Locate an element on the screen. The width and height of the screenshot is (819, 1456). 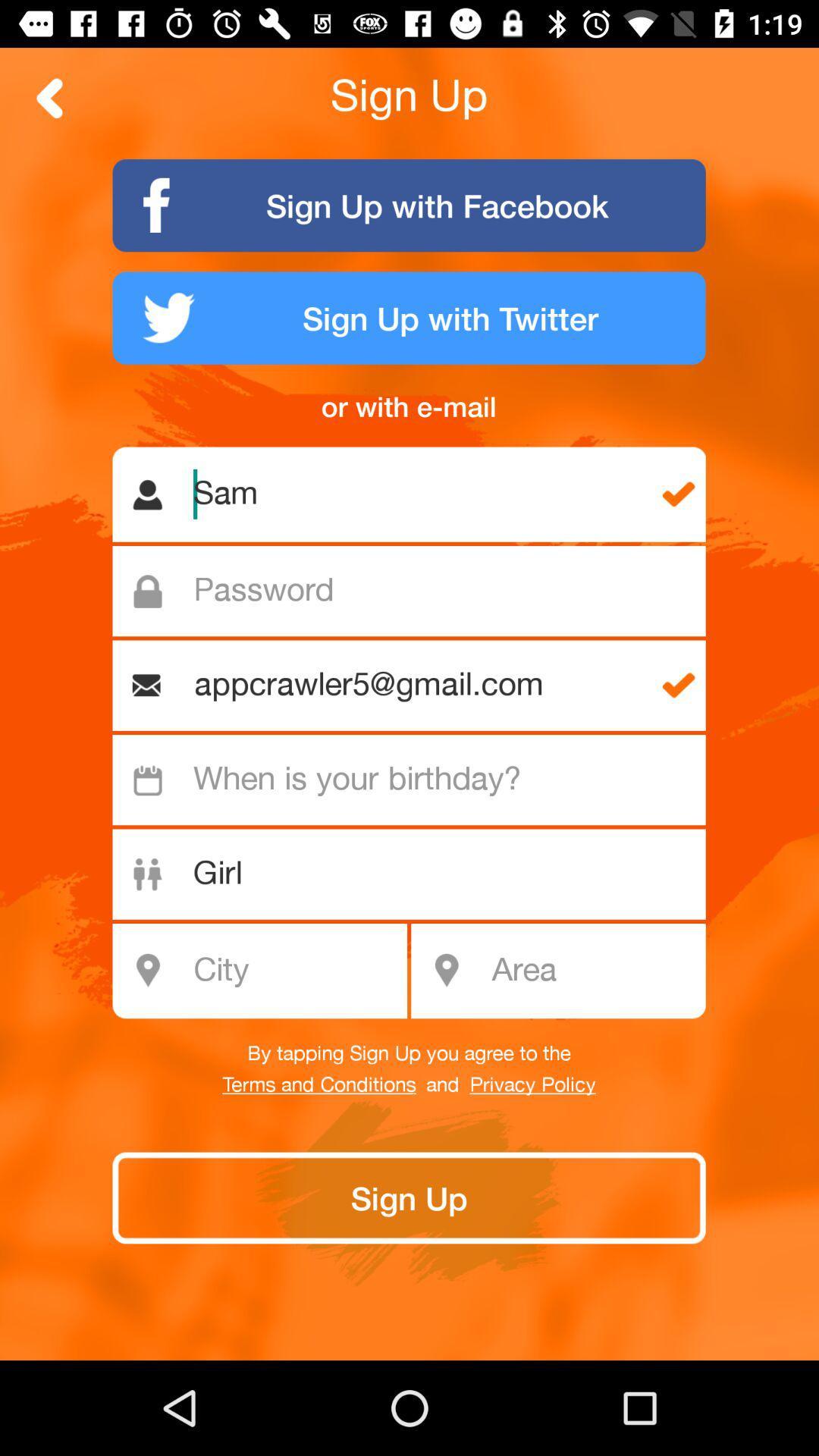
the text below sign up at the top of the page is located at coordinates (409, 204).